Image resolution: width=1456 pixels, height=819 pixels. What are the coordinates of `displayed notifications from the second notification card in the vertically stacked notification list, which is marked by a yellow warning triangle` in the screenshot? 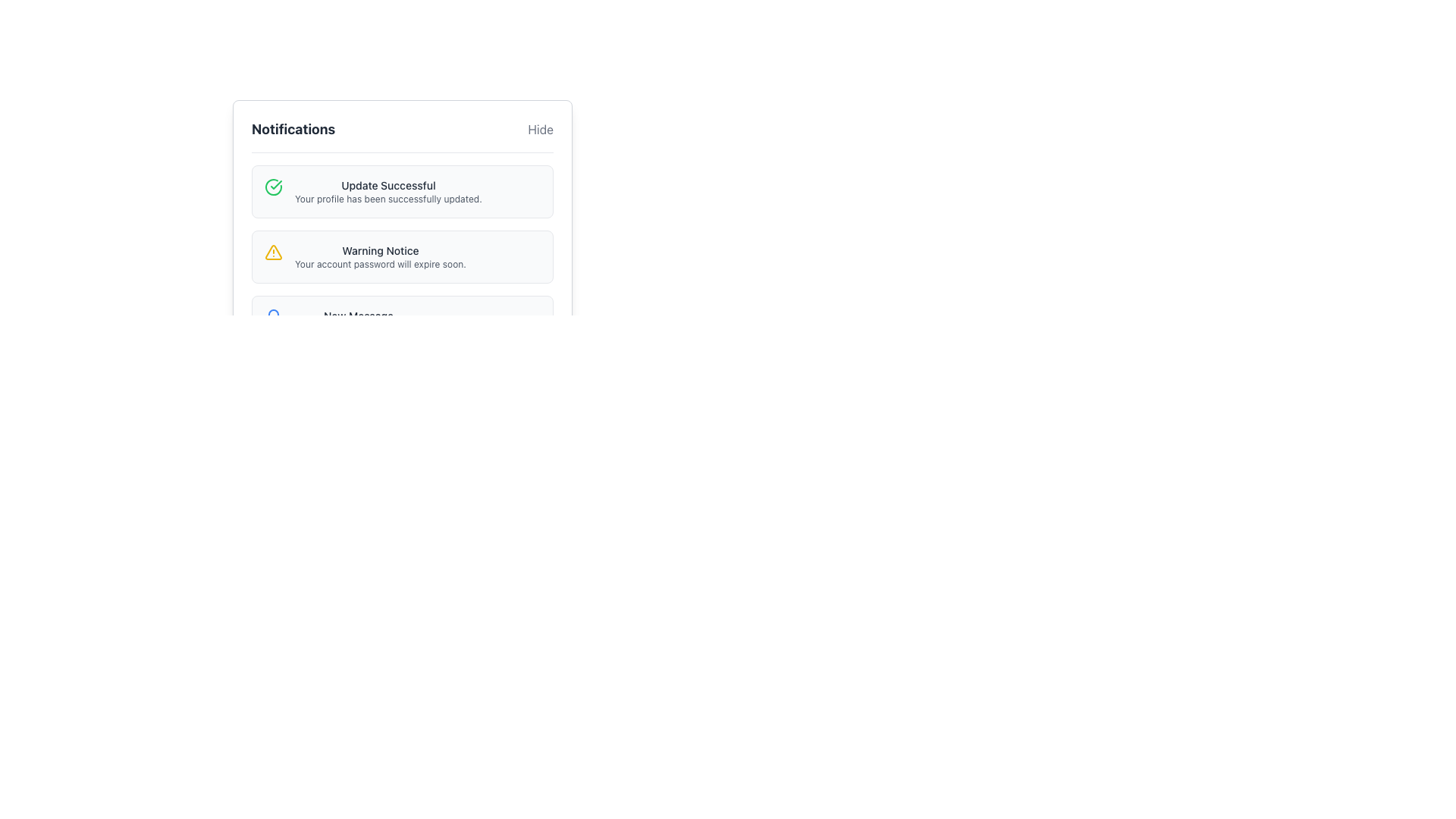 It's located at (403, 256).